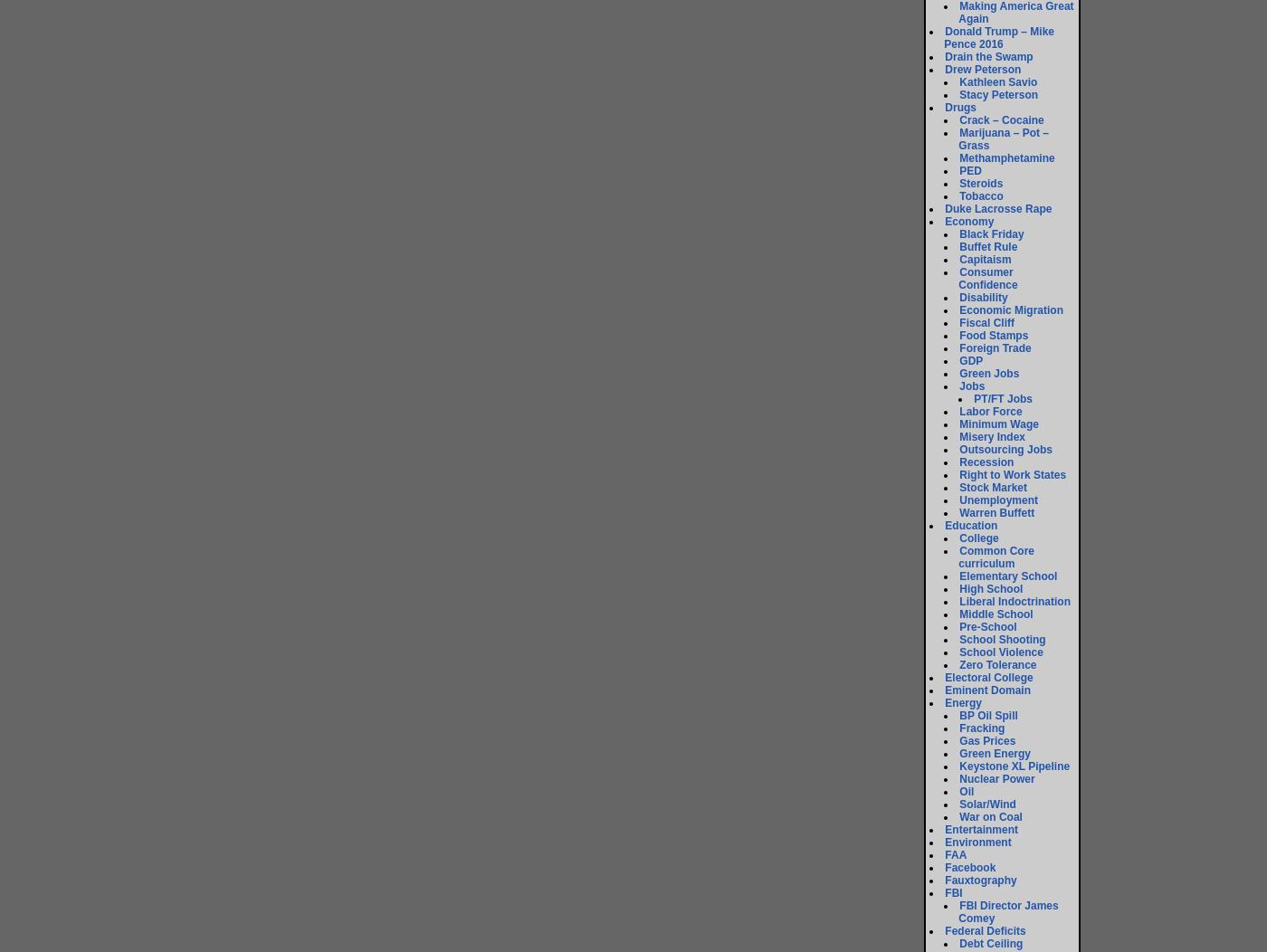  What do you see at coordinates (958, 500) in the screenshot?
I see `'Unemployment'` at bounding box center [958, 500].